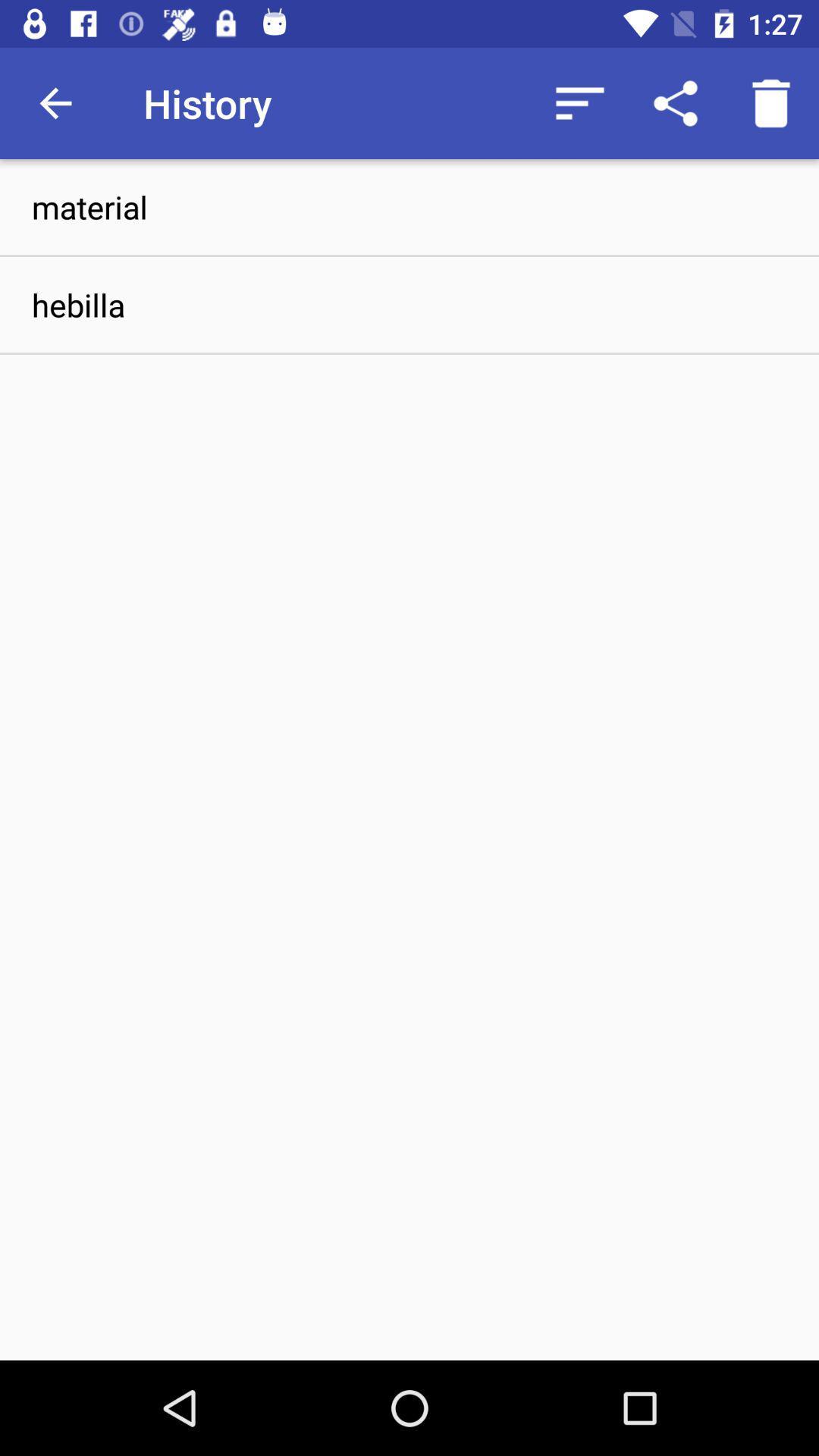 The image size is (819, 1456). What do you see at coordinates (409, 206) in the screenshot?
I see `icon above hebilla` at bounding box center [409, 206].